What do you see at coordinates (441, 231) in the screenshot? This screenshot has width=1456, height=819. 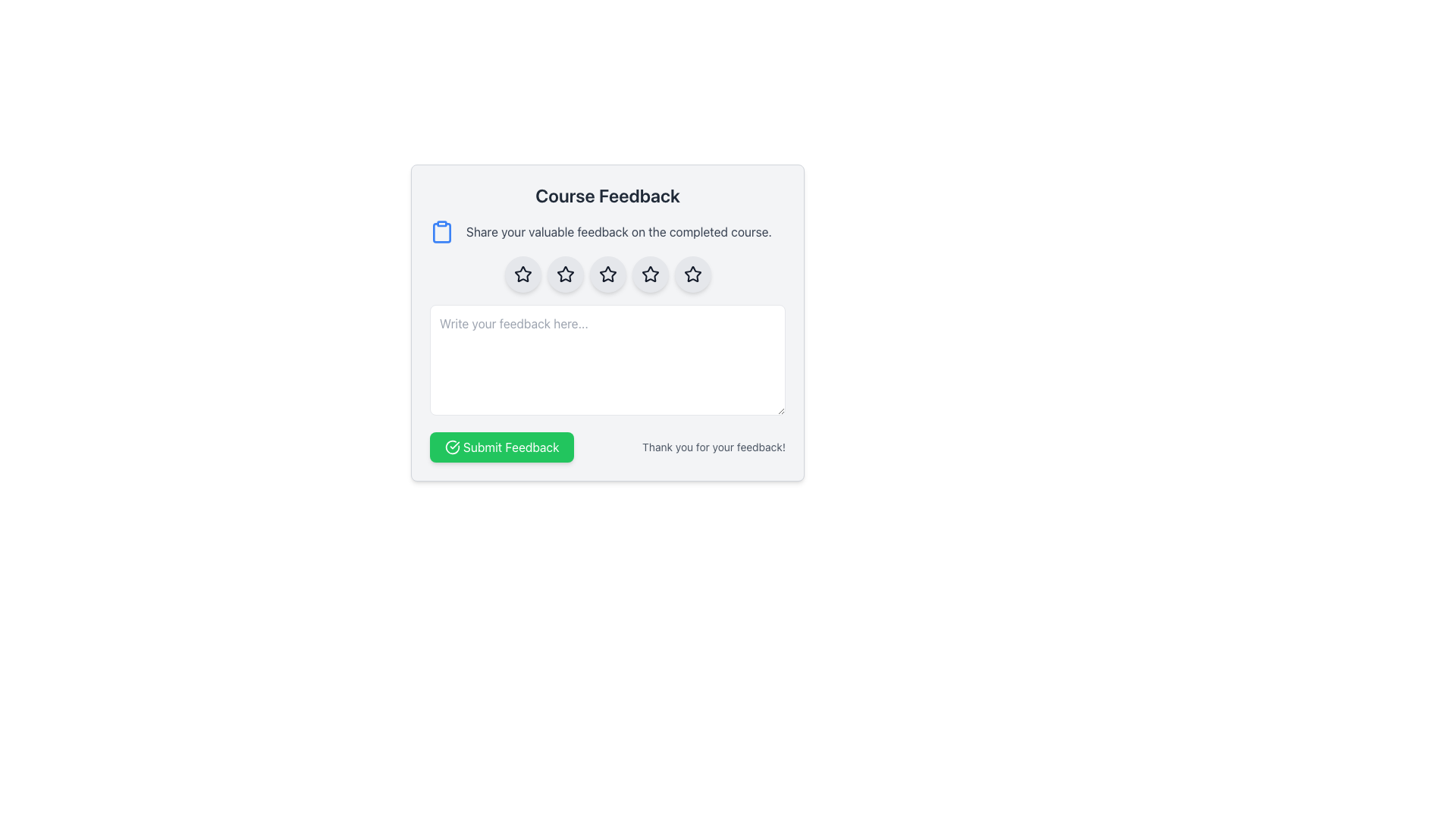 I see `the decorative feedback icon located to the left of the text 'Share your valuable feedback on the completed course.'` at bounding box center [441, 231].